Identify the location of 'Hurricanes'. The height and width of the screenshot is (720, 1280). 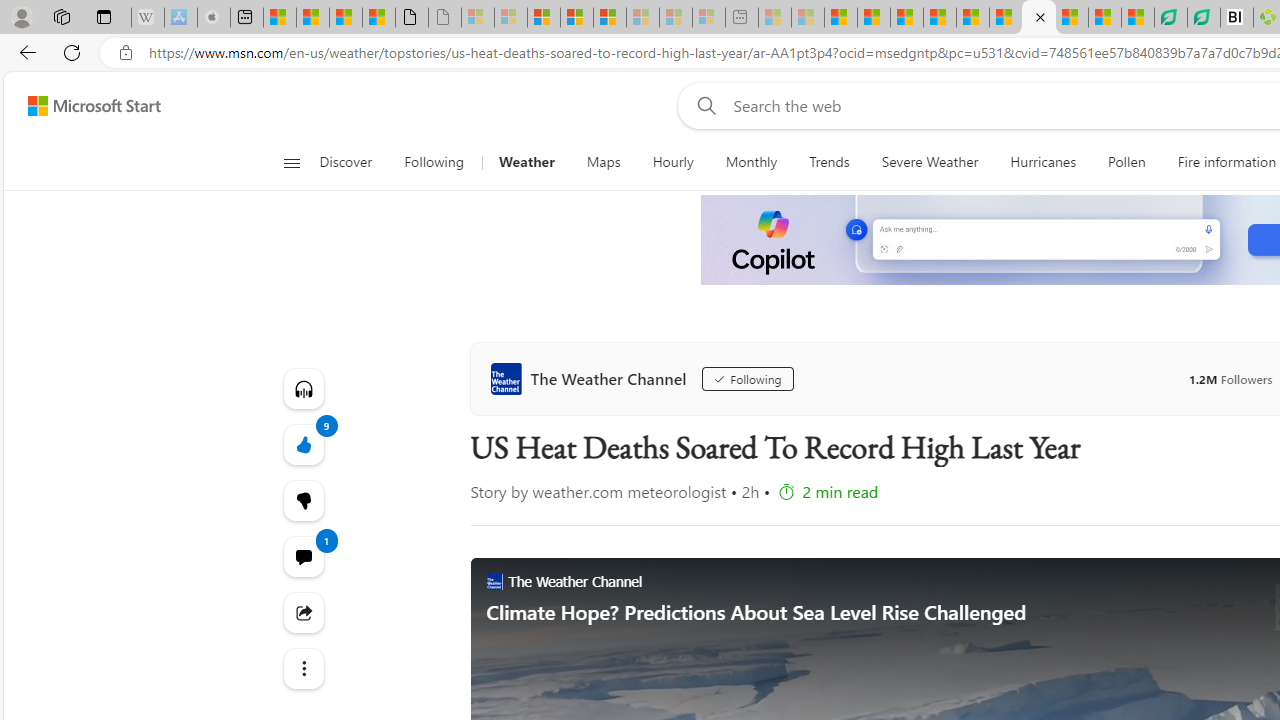
(1042, 162).